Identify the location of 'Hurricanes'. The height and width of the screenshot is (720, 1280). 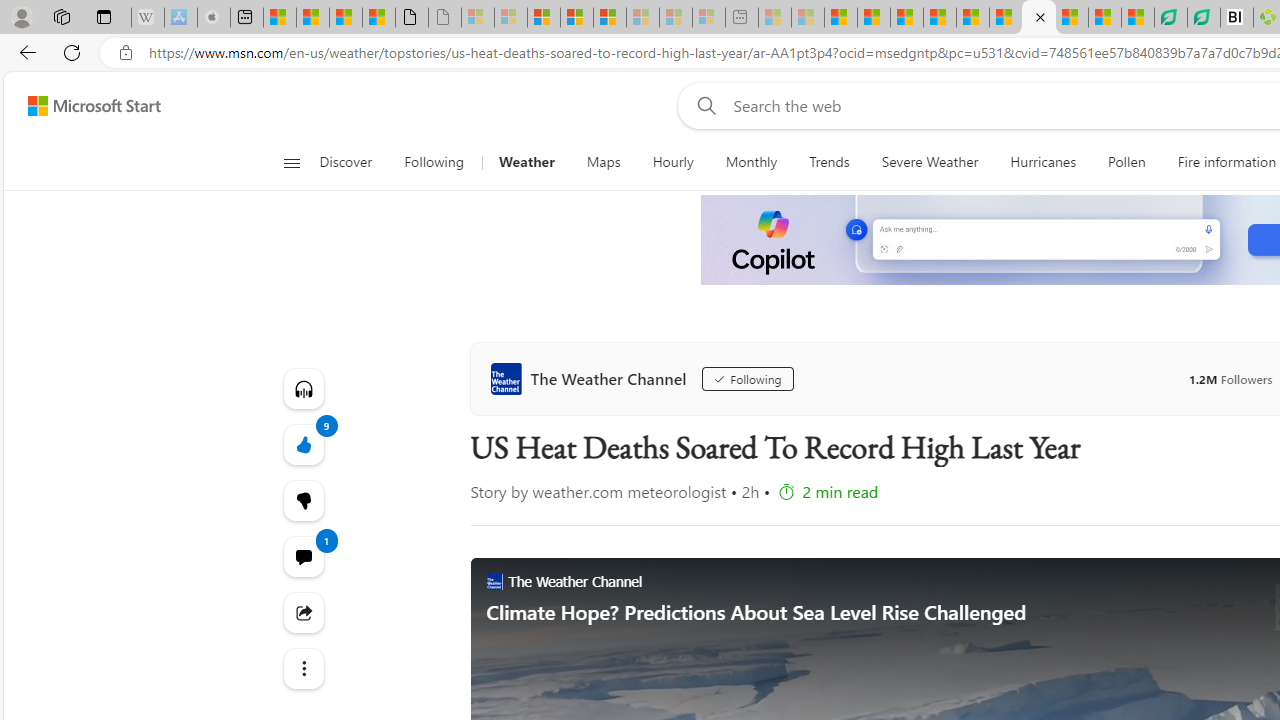
(1042, 162).